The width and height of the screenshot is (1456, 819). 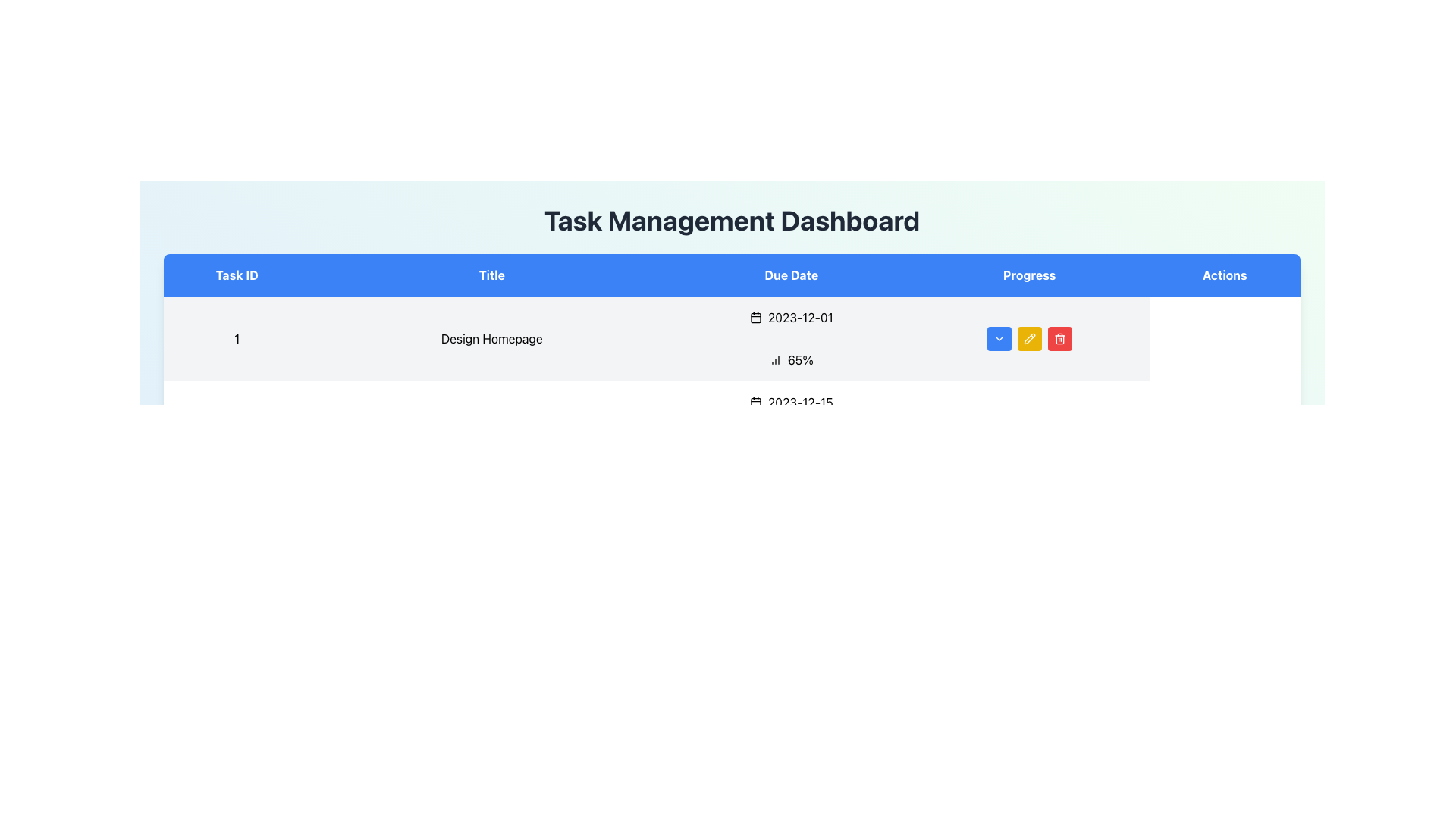 What do you see at coordinates (236, 338) in the screenshot?
I see `the numeral '1' located in the first row under the 'Task ID' column of the tabular layout` at bounding box center [236, 338].